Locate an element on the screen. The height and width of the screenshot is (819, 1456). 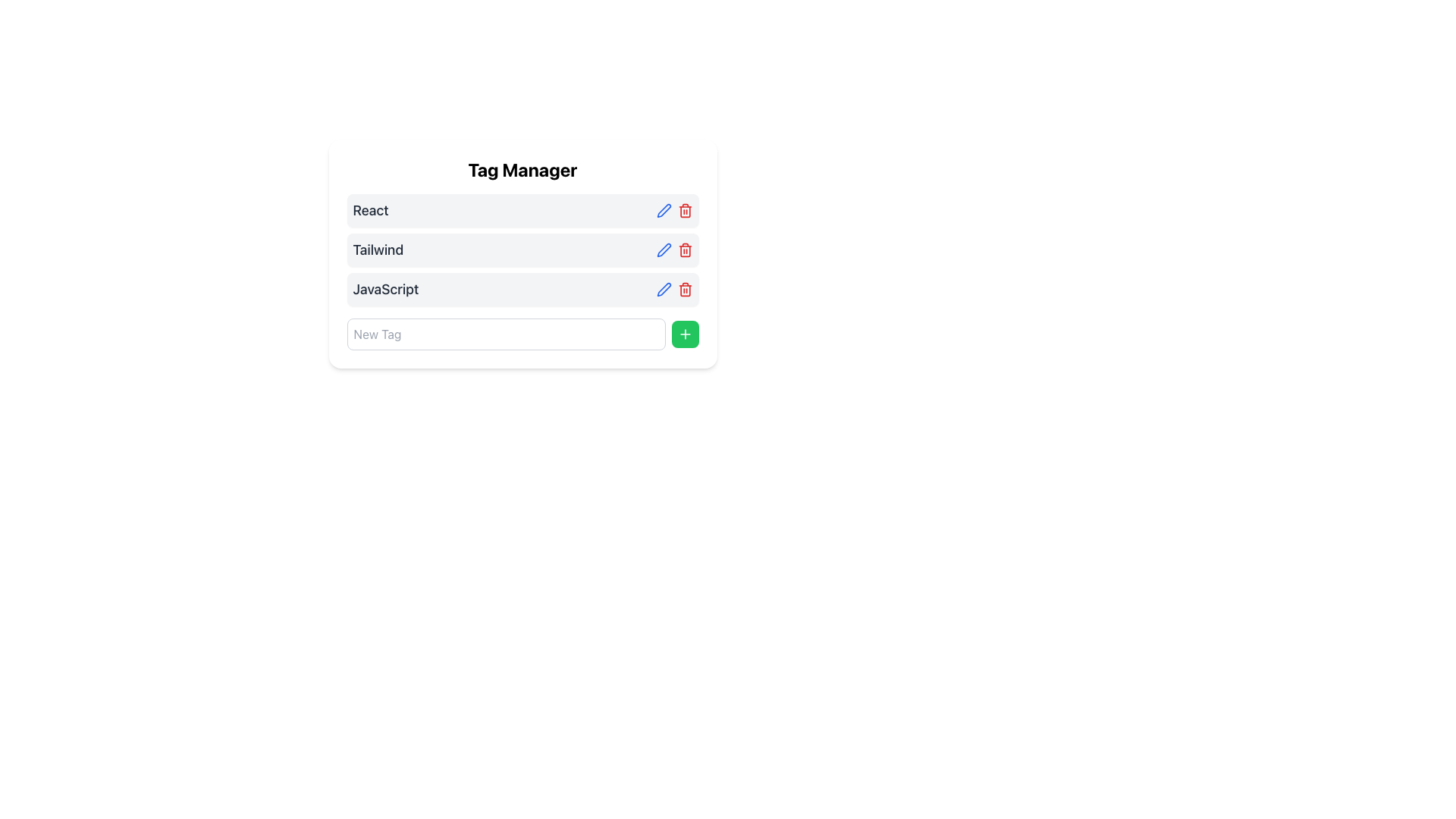
the red trash bin icon is located at coordinates (673, 210).